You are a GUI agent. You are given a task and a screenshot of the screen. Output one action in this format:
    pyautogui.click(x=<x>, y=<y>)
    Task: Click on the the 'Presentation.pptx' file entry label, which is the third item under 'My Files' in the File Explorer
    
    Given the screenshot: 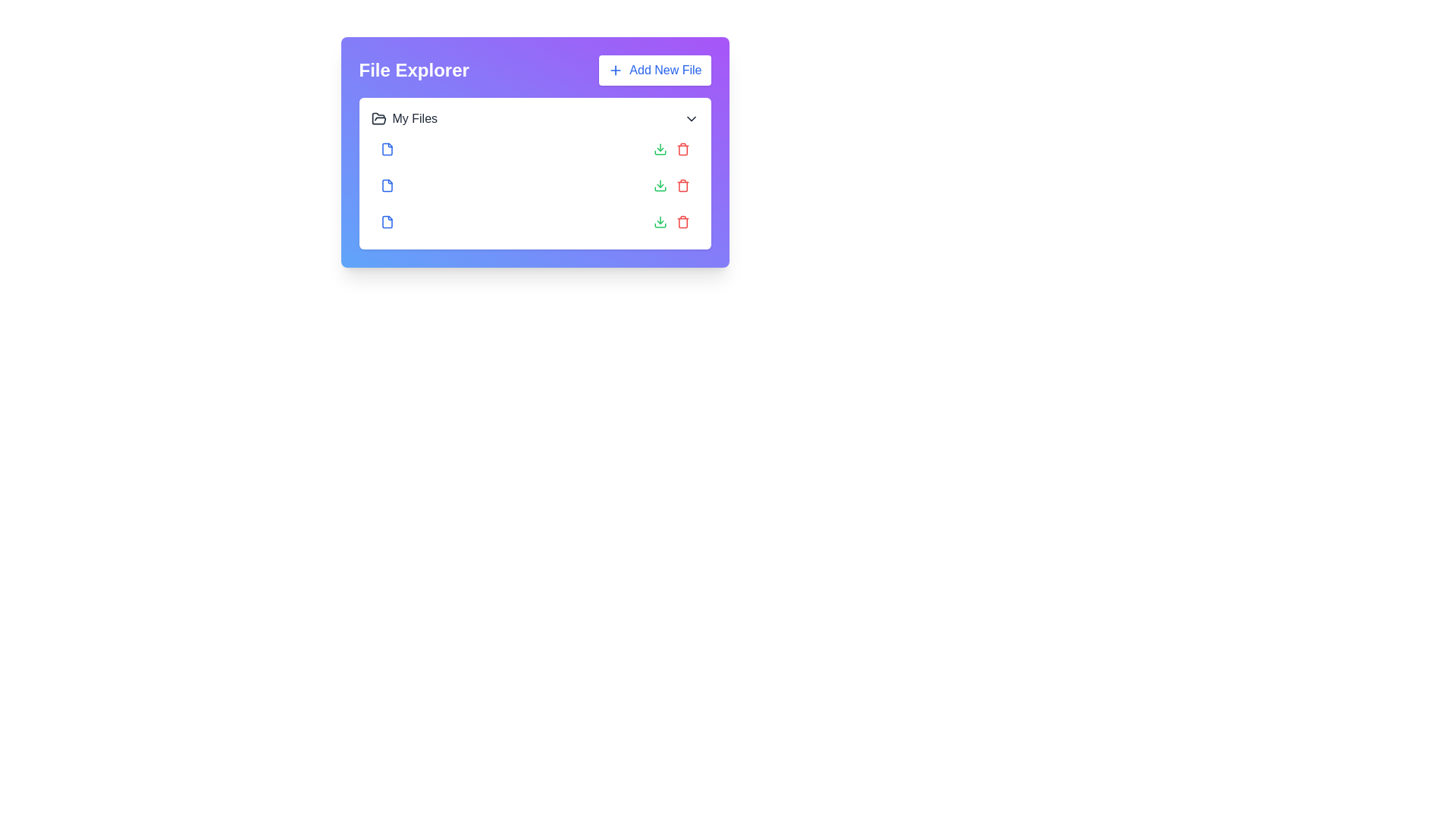 What is the action you would take?
    pyautogui.click(x=436, y=222)
    